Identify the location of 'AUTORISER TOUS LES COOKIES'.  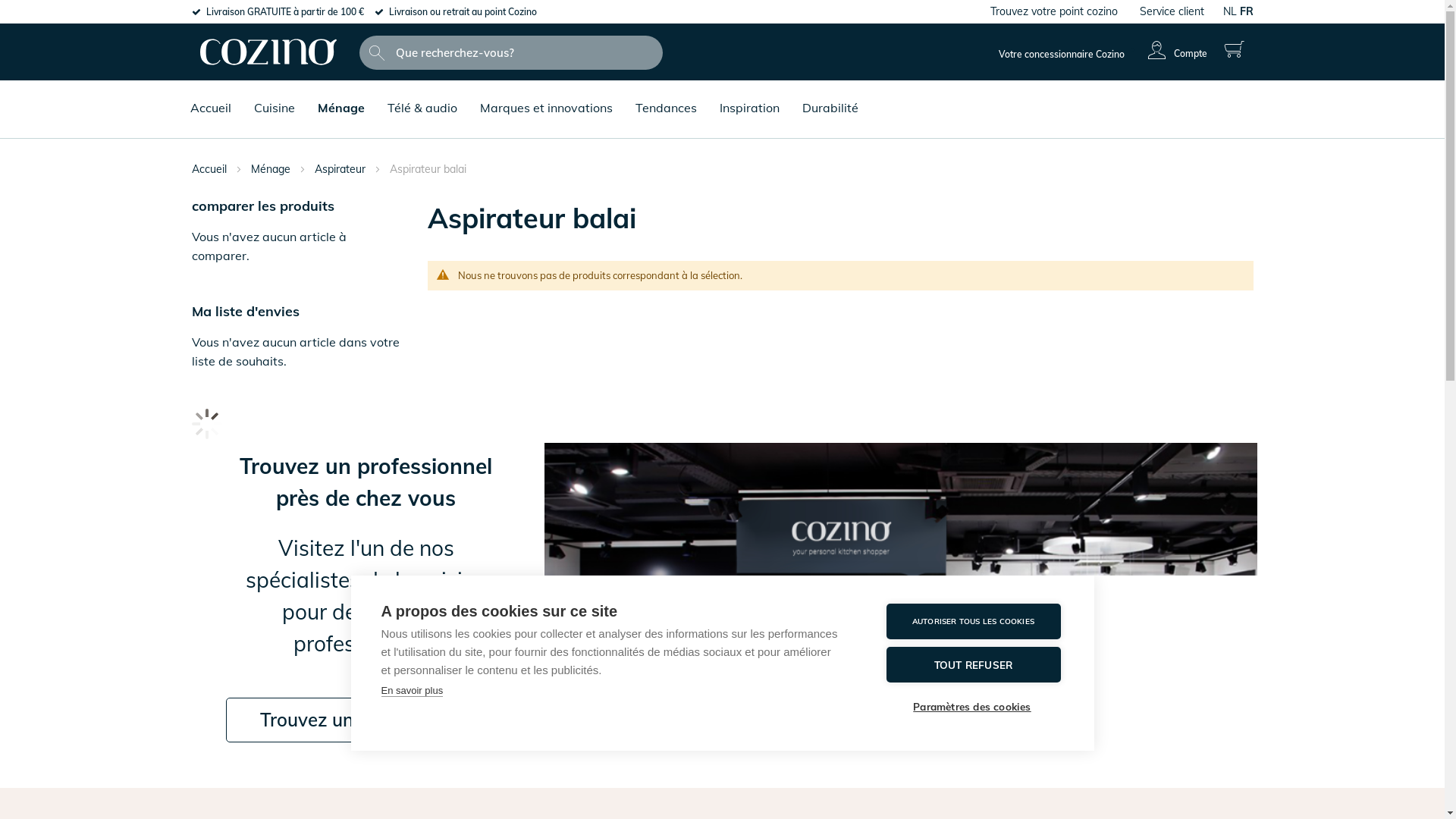
(972, 621).